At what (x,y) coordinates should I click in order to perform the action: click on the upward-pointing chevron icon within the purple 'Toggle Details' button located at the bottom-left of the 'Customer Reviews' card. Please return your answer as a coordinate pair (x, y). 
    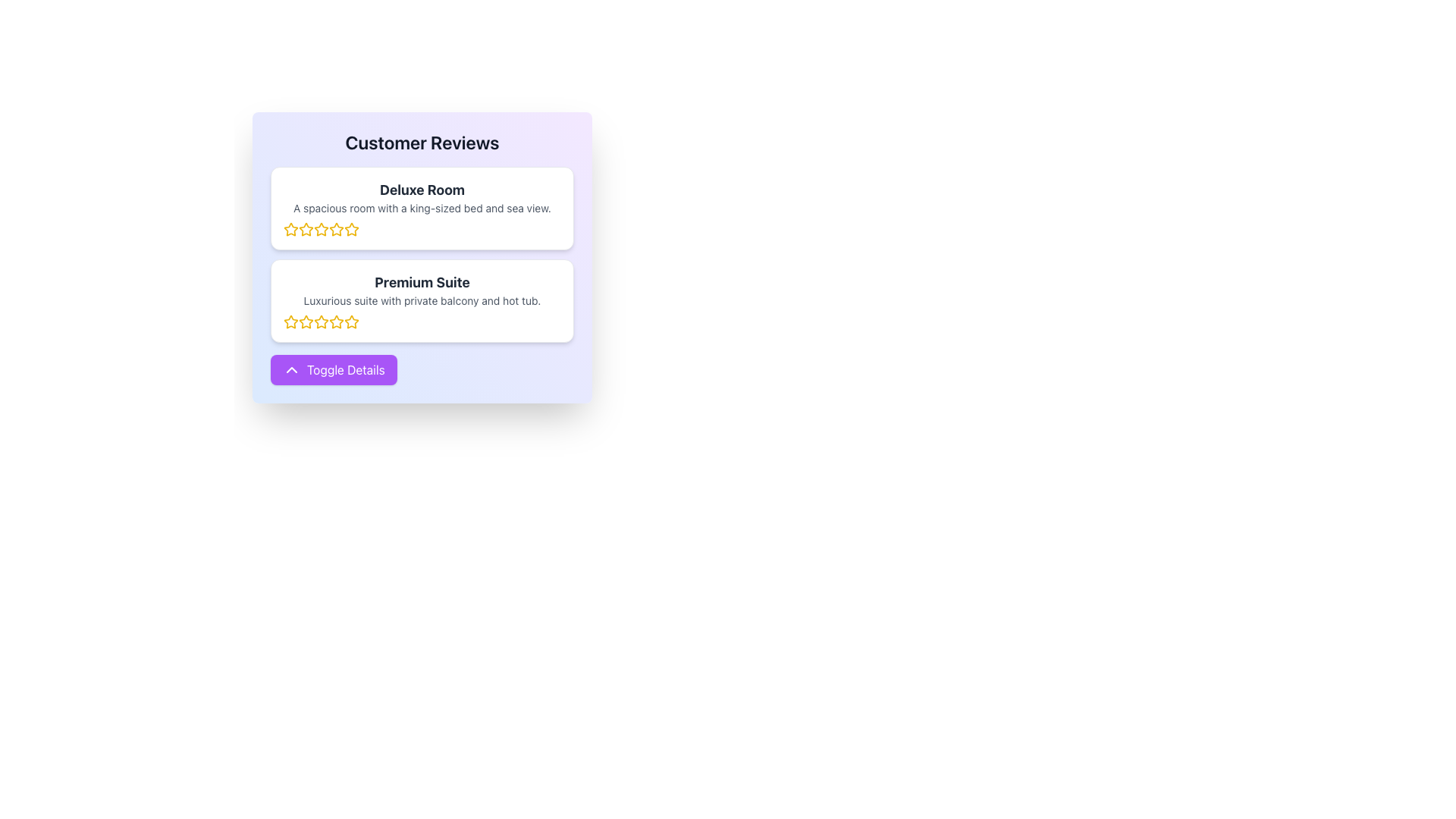
    Looking at the image, I should click on (291, 370).